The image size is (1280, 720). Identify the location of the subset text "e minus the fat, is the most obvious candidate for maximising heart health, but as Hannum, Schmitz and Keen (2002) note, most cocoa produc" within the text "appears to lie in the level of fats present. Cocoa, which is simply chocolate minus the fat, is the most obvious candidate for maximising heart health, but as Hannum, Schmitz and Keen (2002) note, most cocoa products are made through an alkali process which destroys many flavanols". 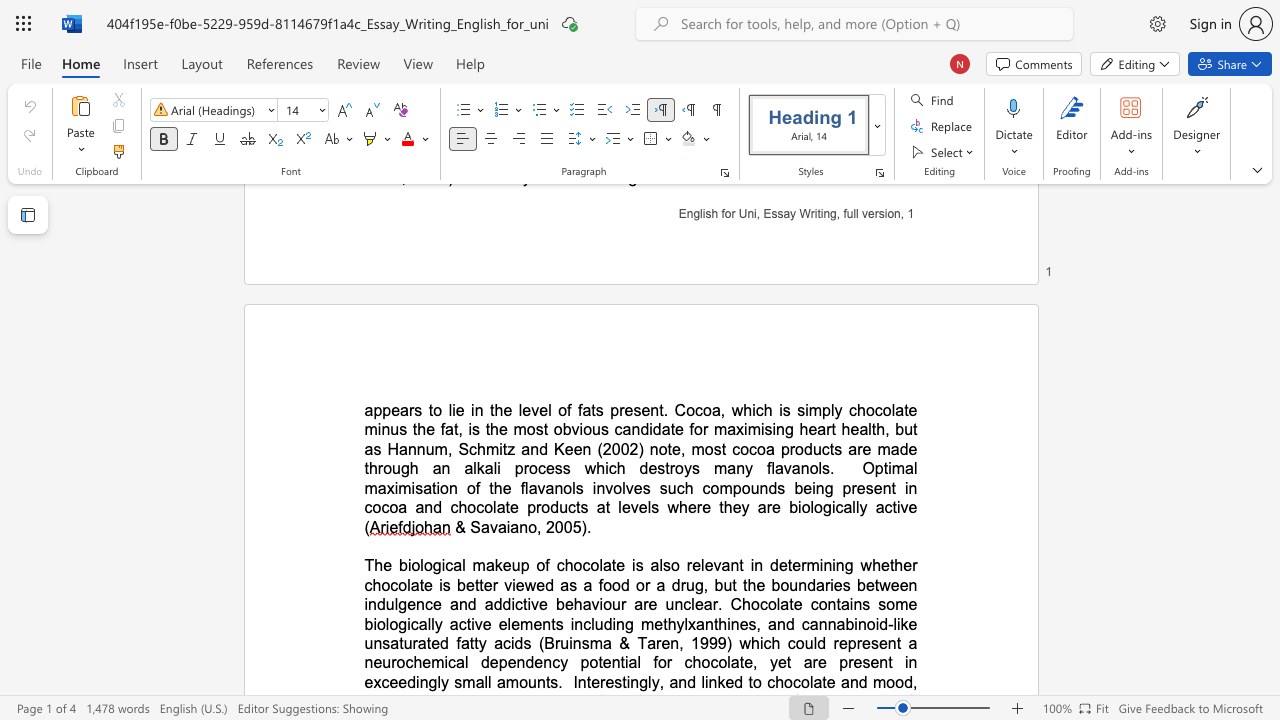
(907, 409).